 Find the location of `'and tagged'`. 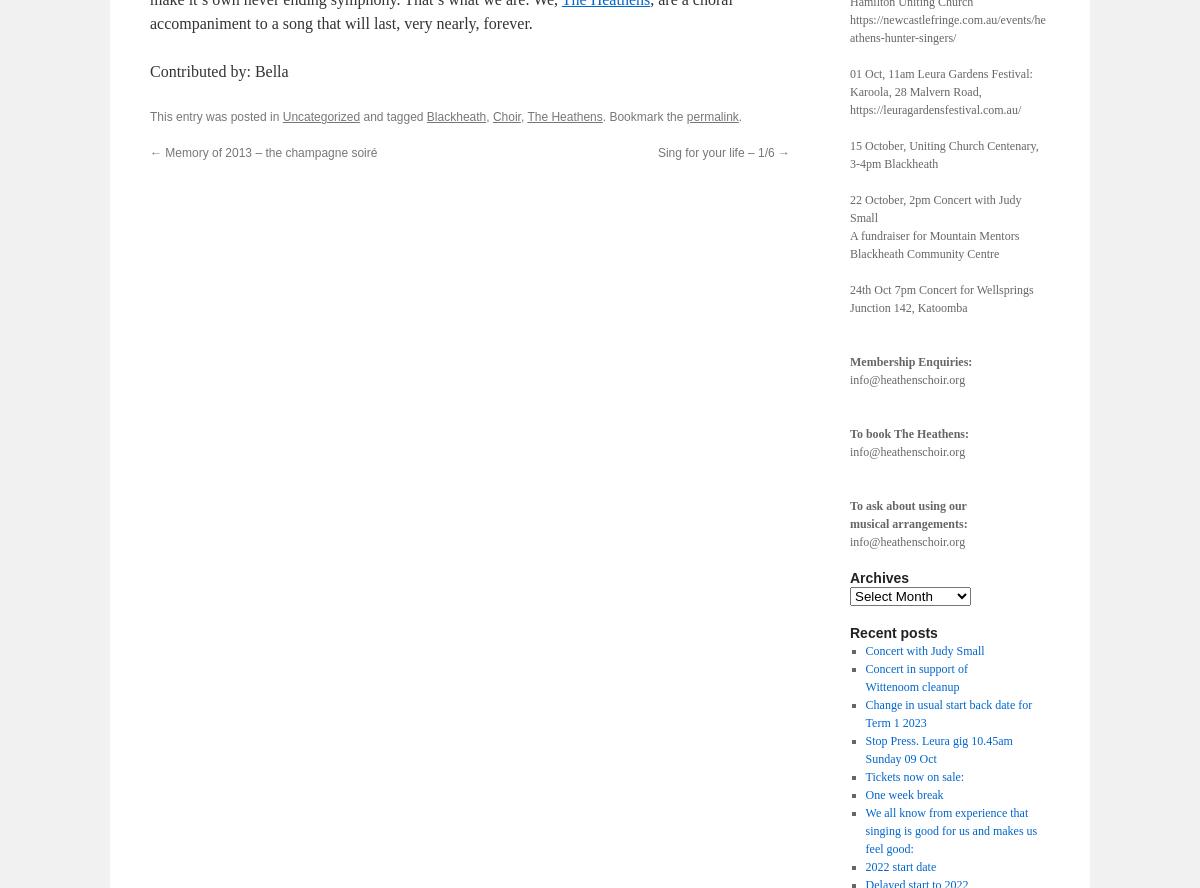

'and tagged' is located at coordinates (393, 117).